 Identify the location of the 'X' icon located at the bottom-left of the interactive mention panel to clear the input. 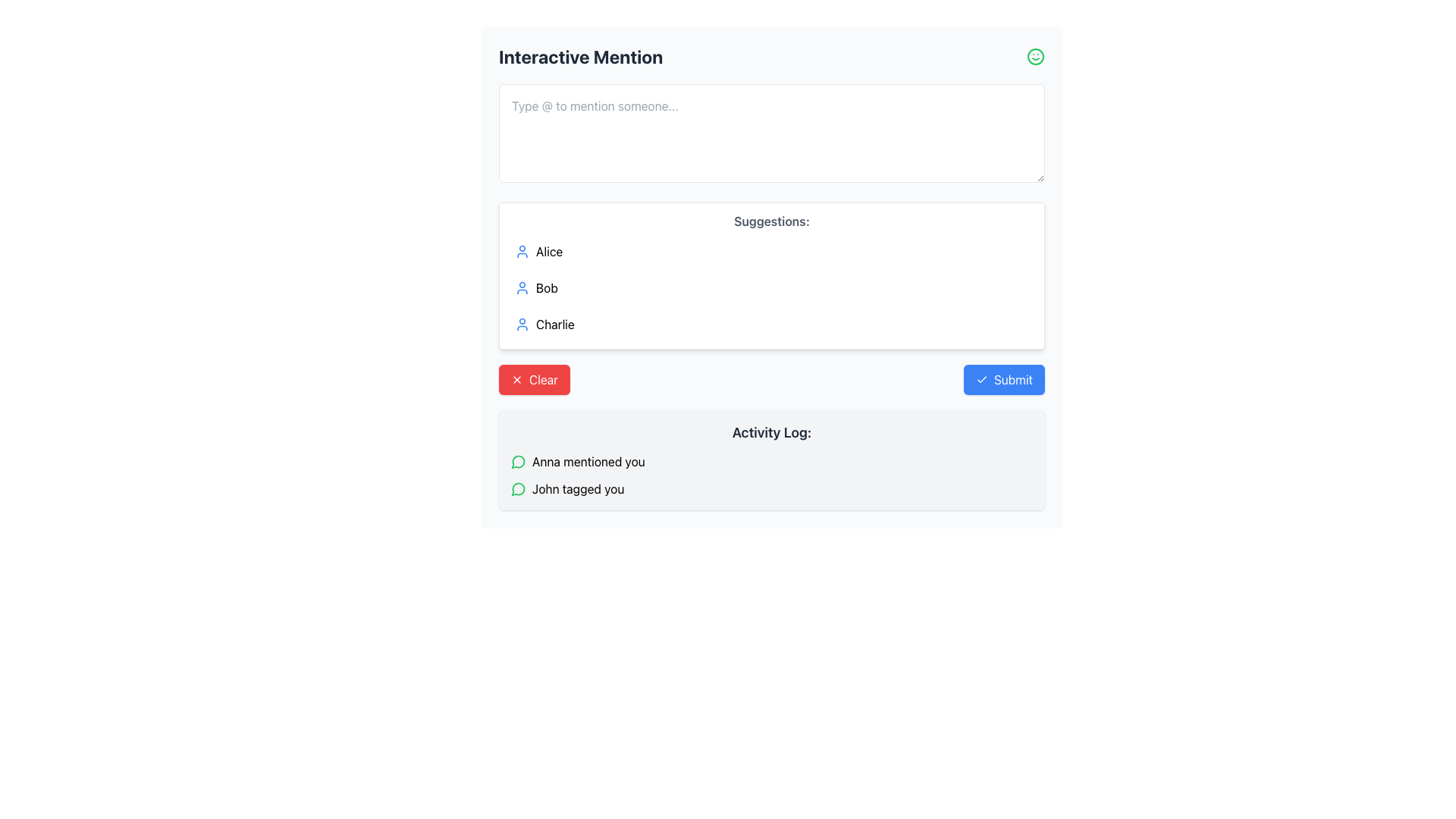
(516, 379).